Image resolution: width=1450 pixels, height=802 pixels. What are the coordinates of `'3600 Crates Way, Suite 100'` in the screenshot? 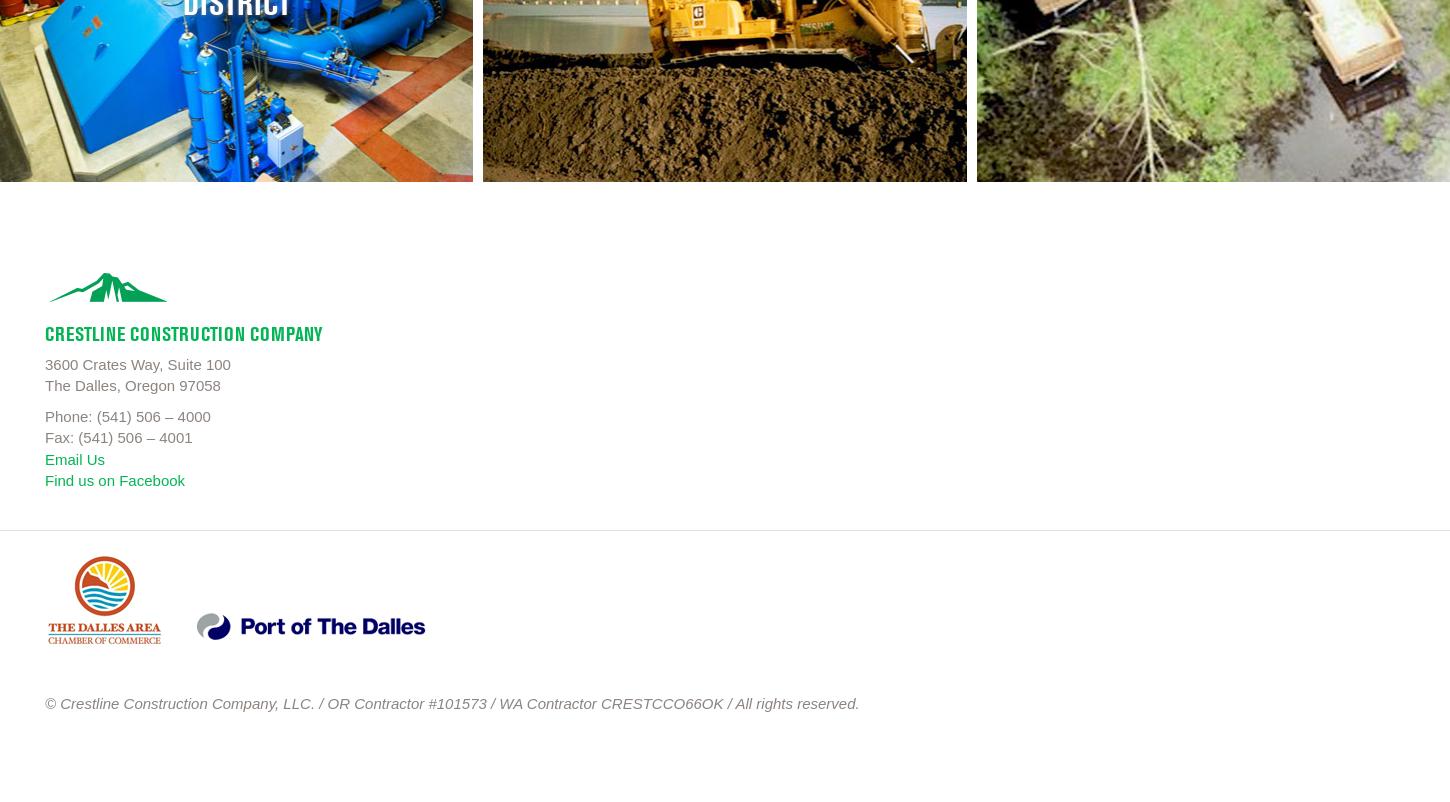 It's located at (136, 362).